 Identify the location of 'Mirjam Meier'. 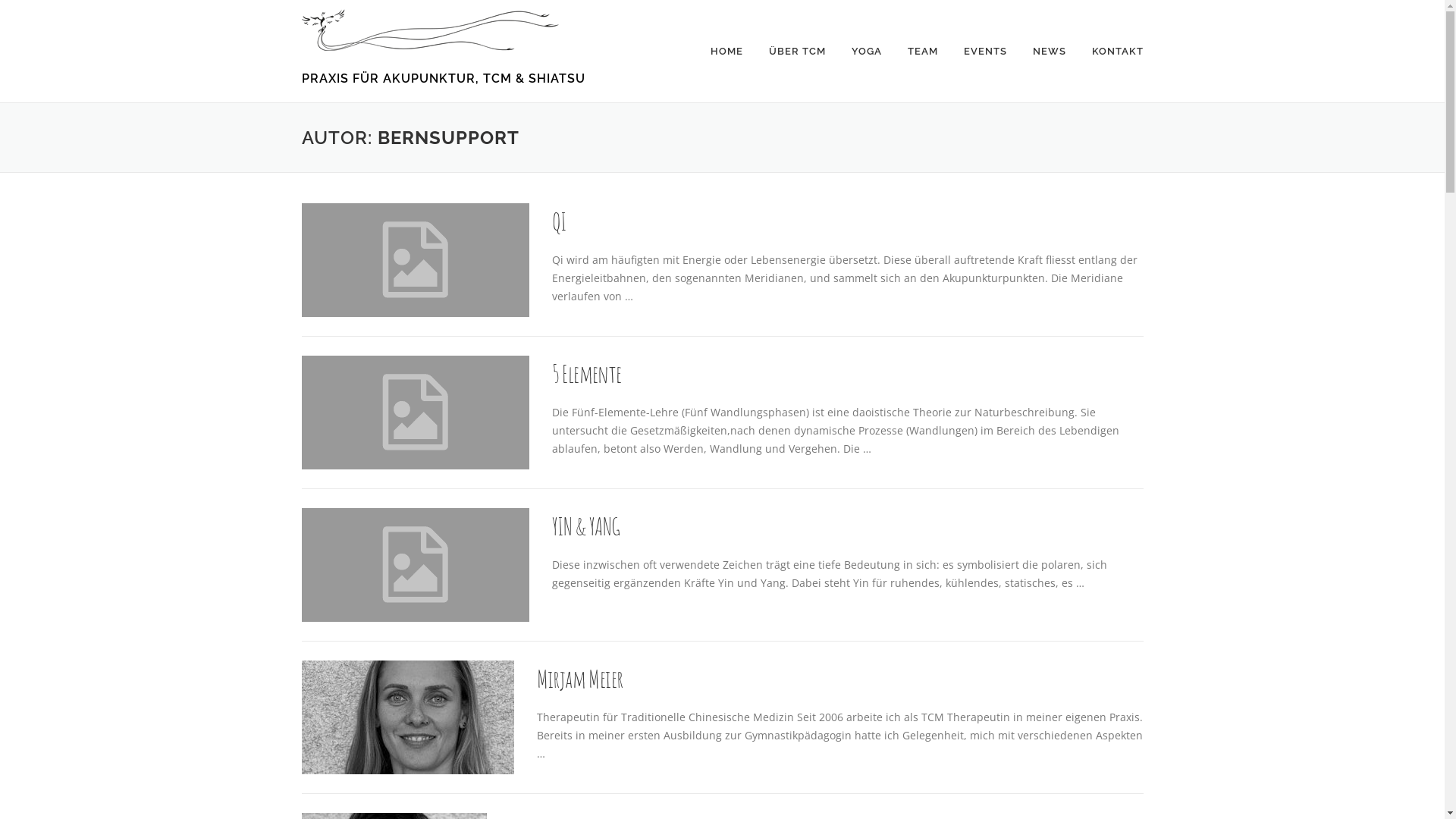
(579, 677).